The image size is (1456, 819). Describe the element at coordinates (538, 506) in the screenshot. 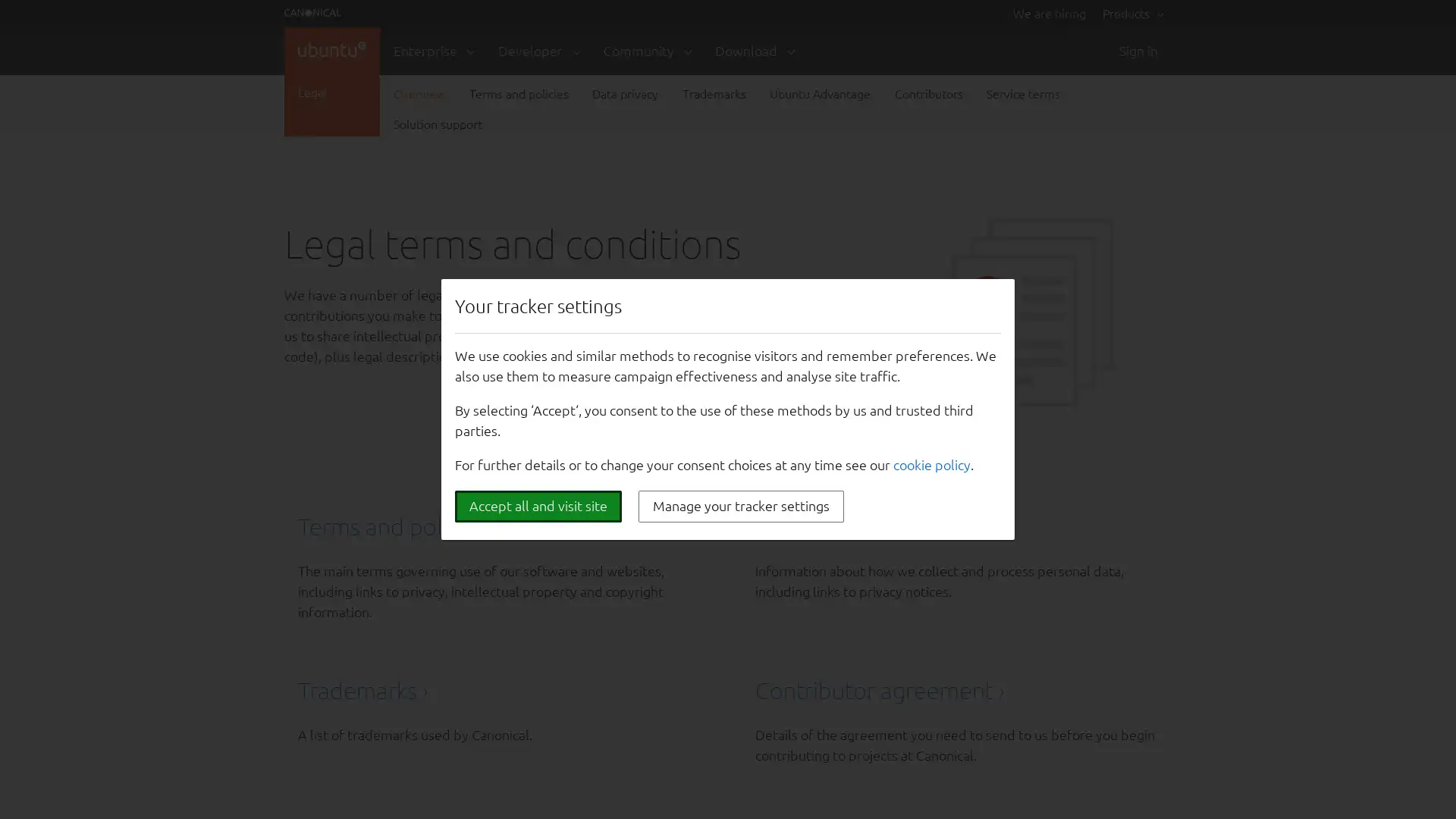

I see `Accept all and visit site` at that location.